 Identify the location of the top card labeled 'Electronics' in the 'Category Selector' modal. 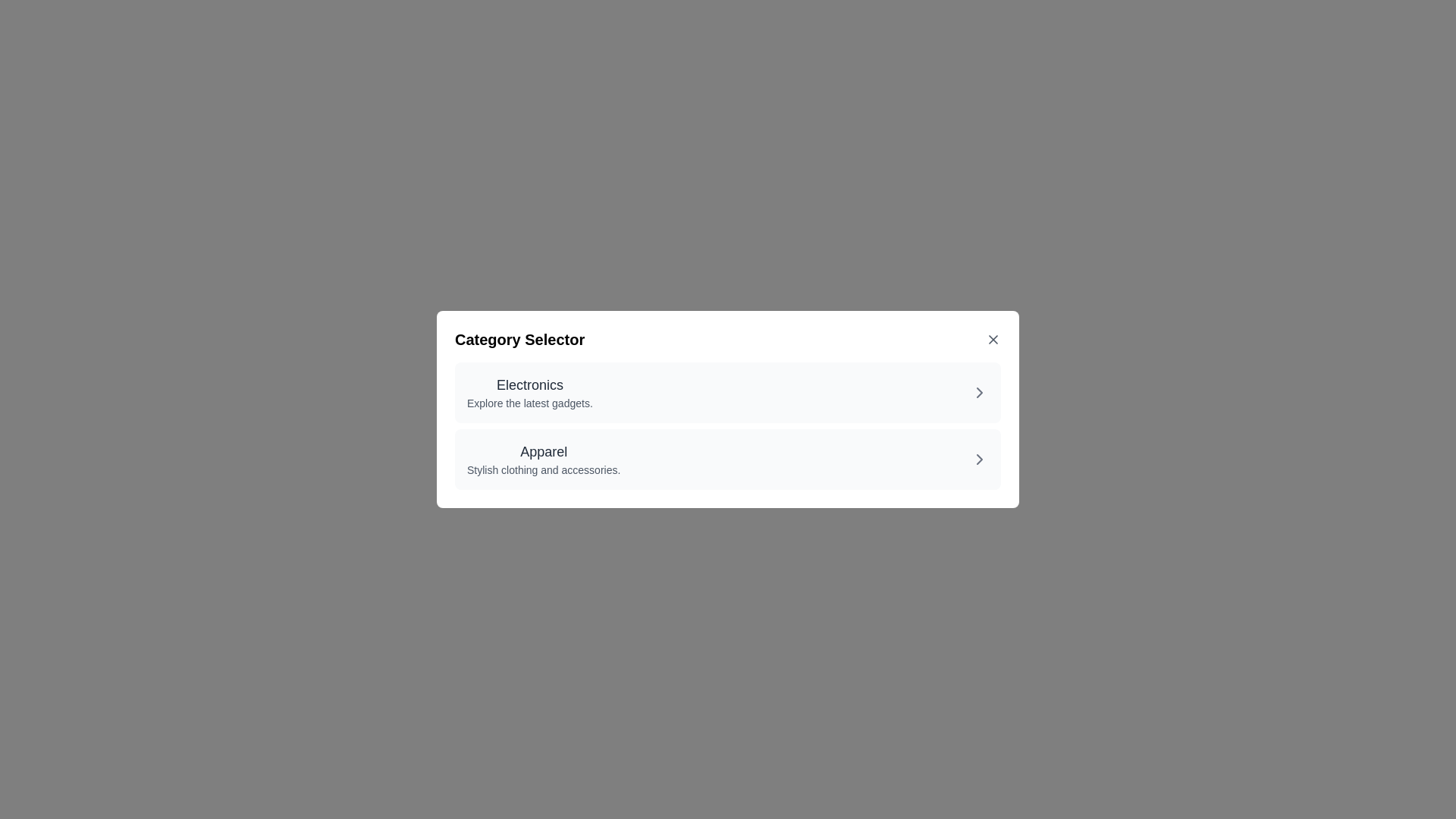
(728, 391).